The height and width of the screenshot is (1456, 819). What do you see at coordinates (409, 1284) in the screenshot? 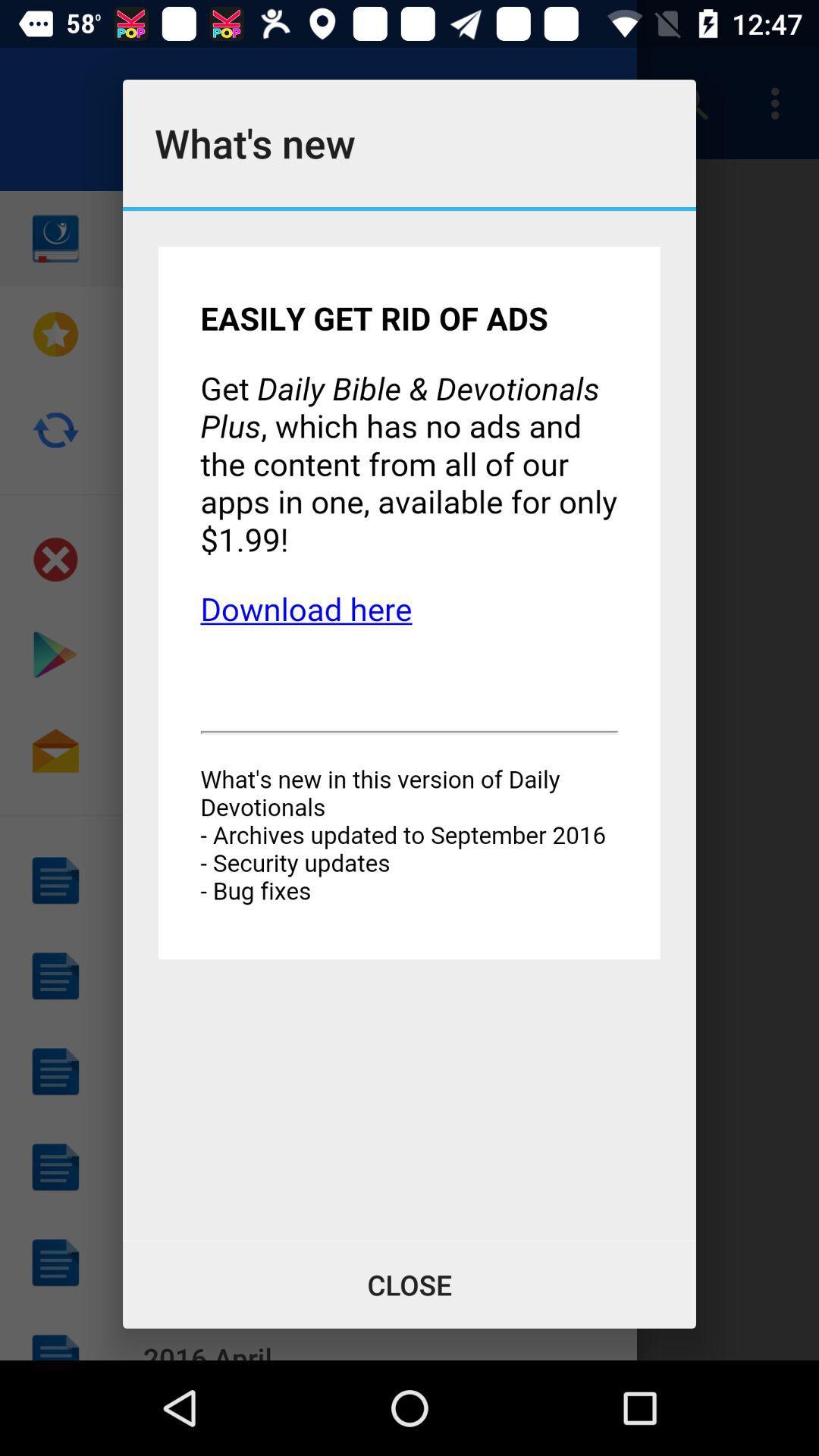
I see `close` at bounding box center [409, 1284].